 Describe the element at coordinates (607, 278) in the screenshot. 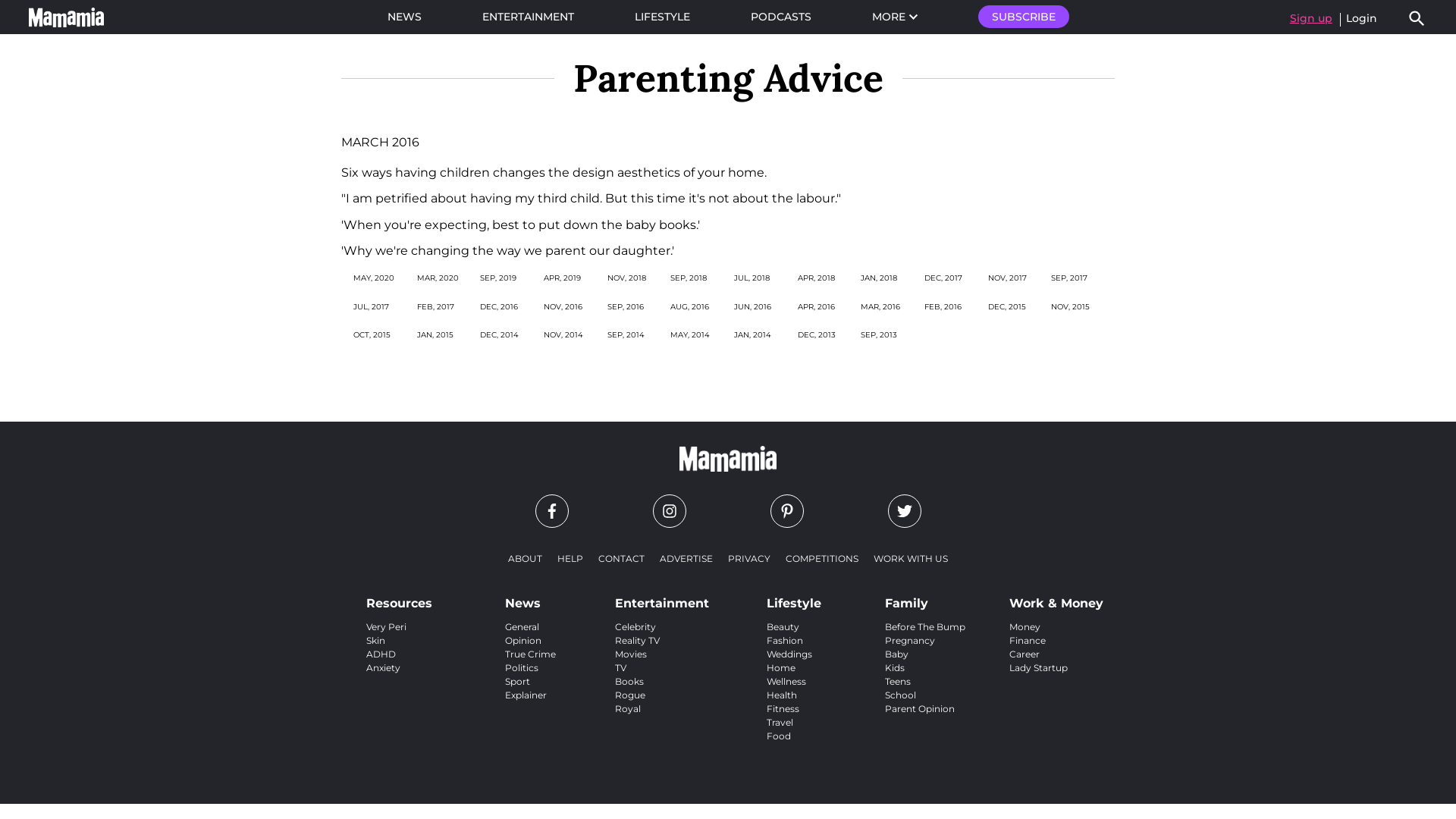

I see `'NOV, 2018'` at that location.